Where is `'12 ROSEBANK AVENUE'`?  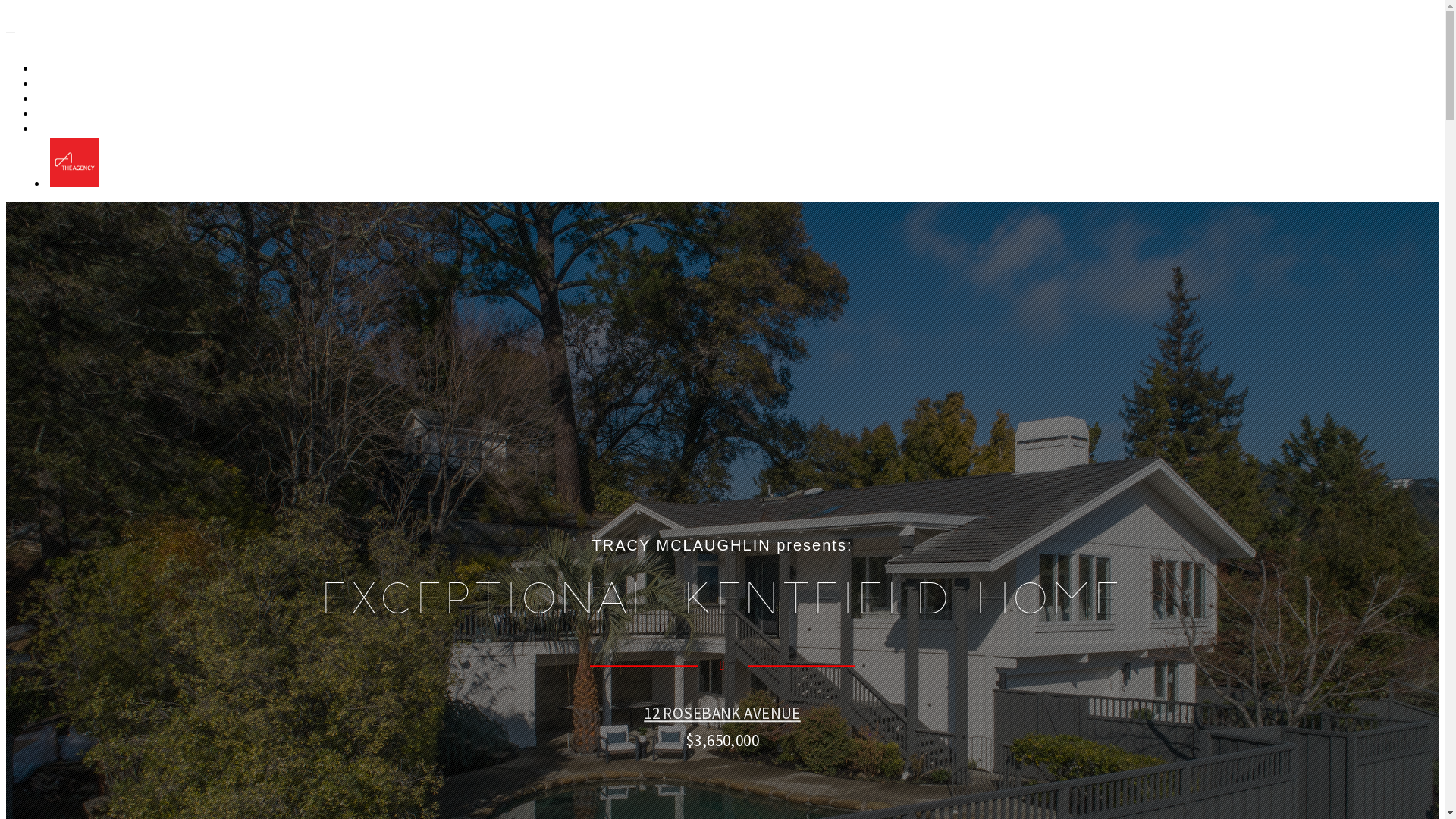
'12 ROSEBANK AVENUE' is located at coordinates (721, 713).